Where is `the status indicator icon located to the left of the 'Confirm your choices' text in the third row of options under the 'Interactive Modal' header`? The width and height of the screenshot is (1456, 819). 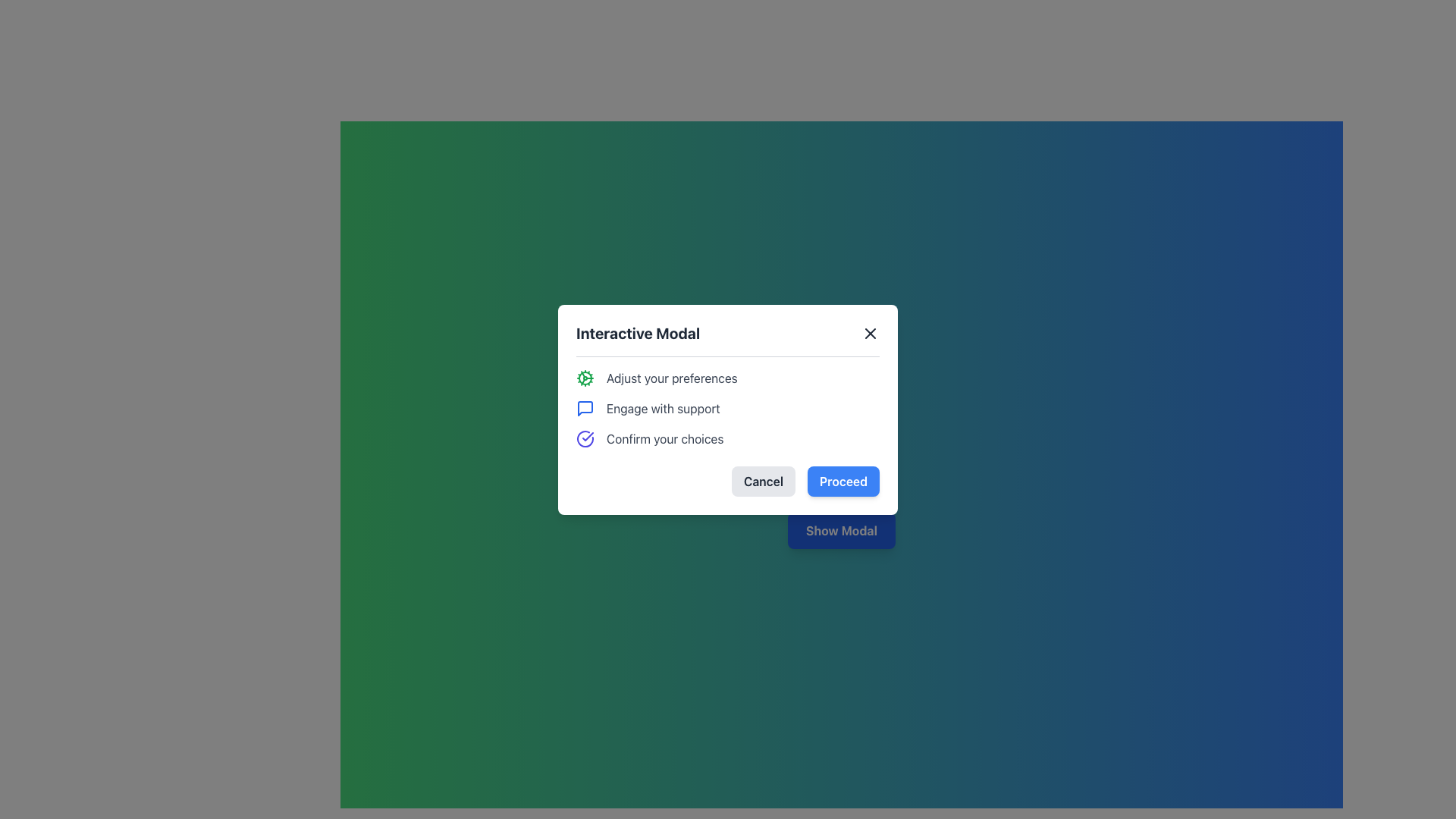 the status indicator icon located to the left of the 'Confirm your choices' text in the third row of options under the 'Interactive Modal' header is located at coordinates (585, 438).